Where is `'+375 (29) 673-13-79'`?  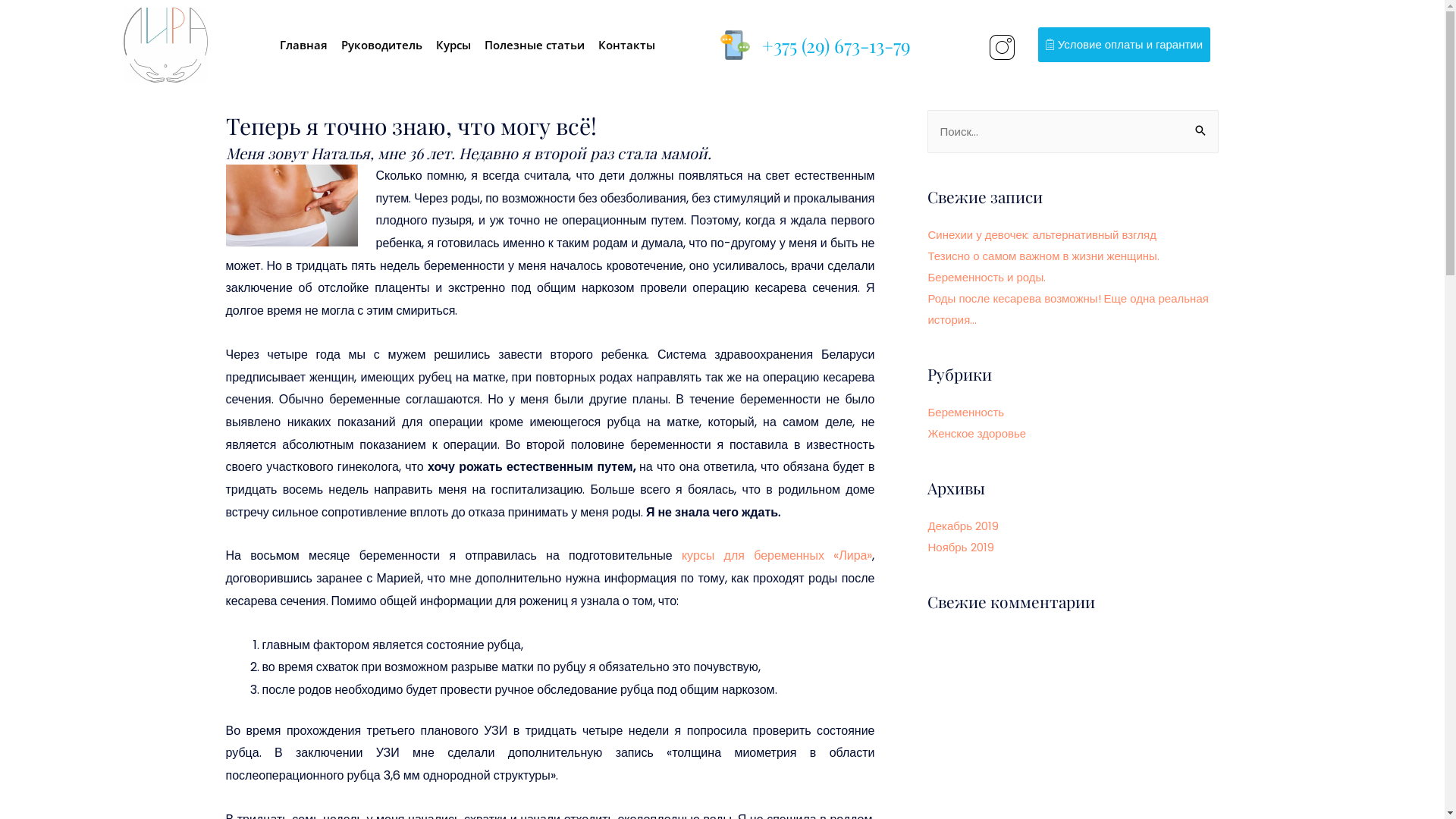 '+375 (29) 673-13-79' is located at coordinates (836, 44).